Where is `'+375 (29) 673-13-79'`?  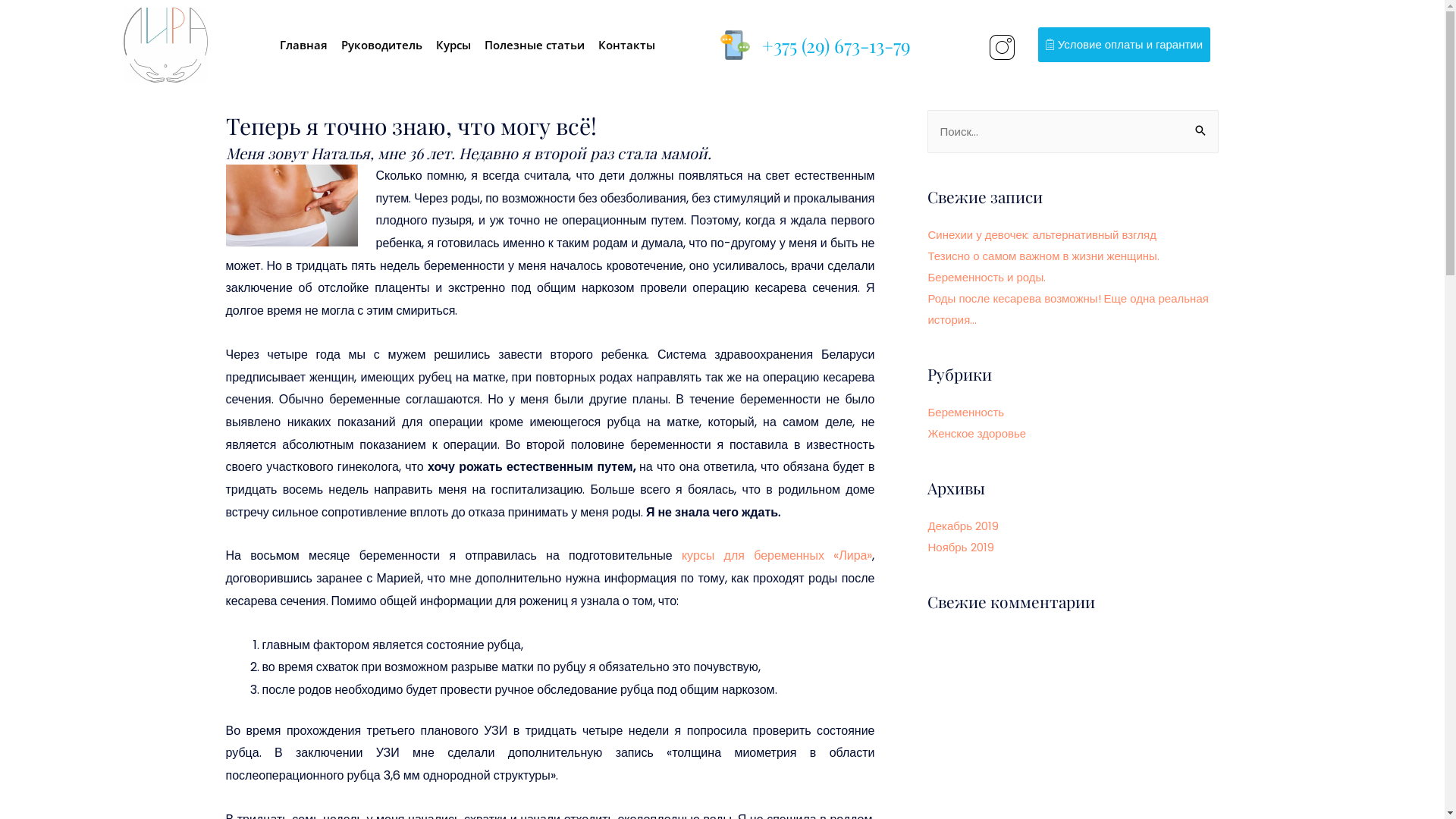 '+375 (29) 673-13-79' is located at coordinates (836, 44).